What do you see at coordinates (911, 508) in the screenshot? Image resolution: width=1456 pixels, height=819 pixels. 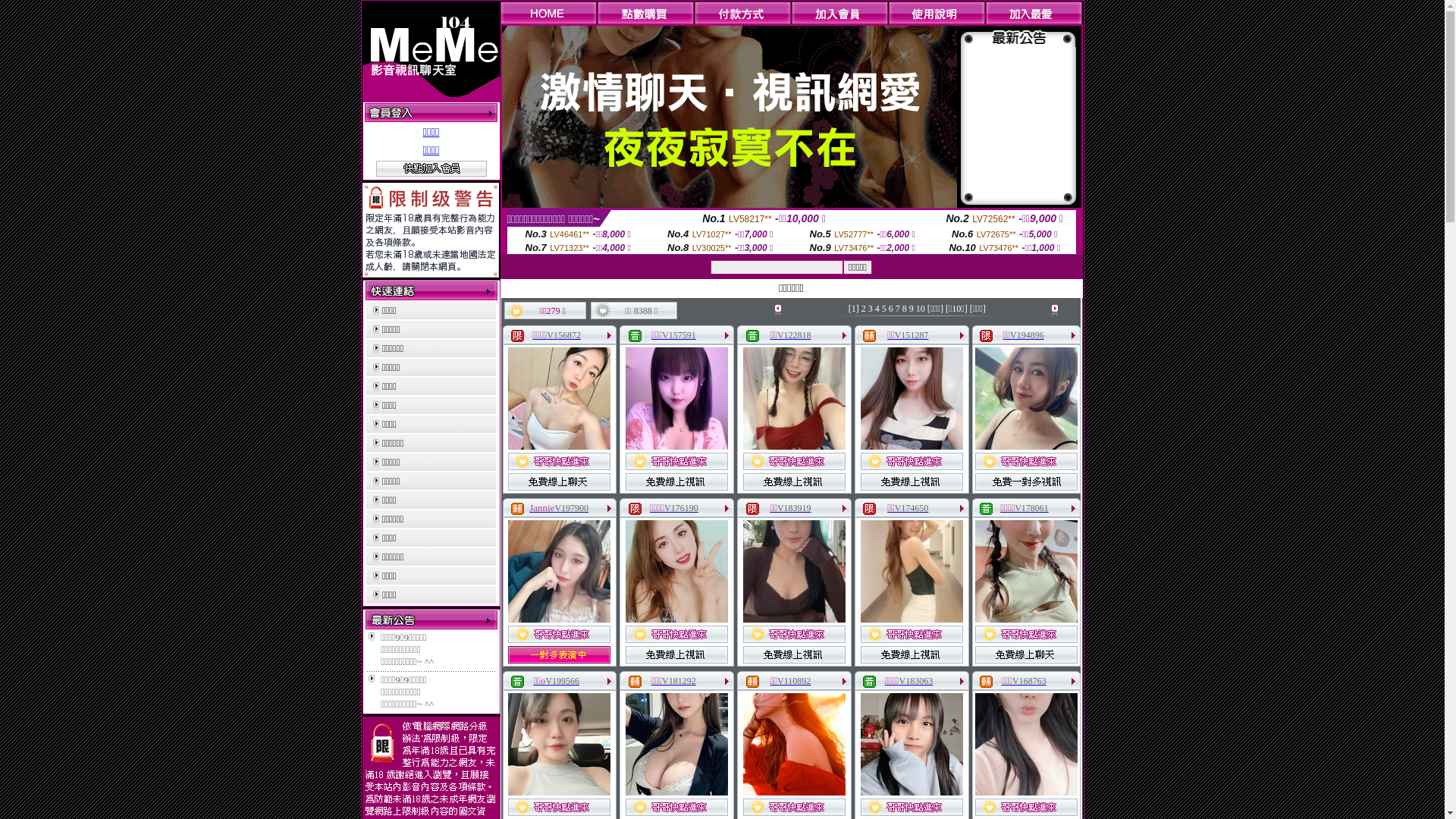 I see `'V174650'` at bounding box center [911, 508].